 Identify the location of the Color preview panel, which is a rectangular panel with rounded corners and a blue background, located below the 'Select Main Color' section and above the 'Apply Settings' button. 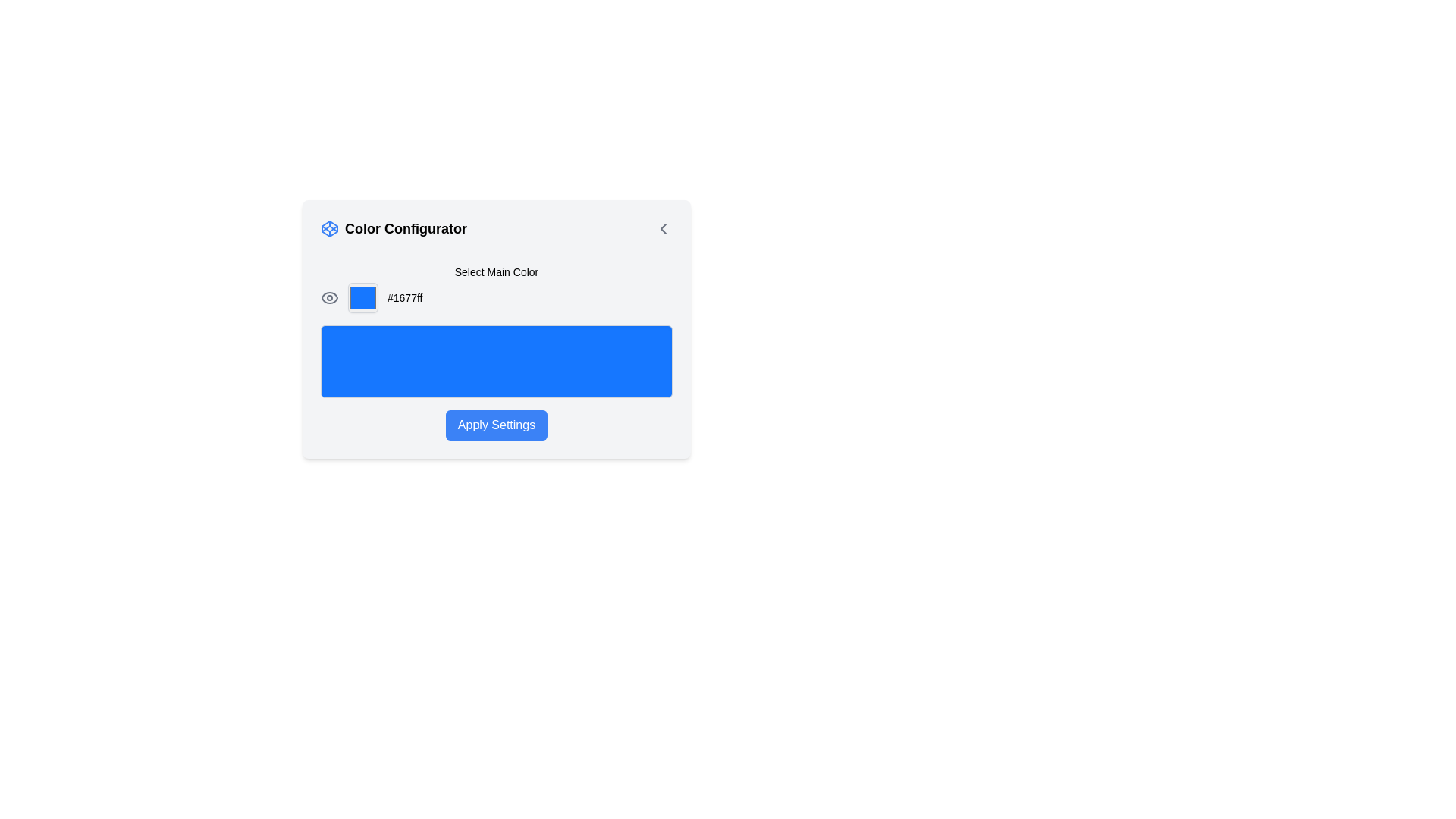
(496, 362).